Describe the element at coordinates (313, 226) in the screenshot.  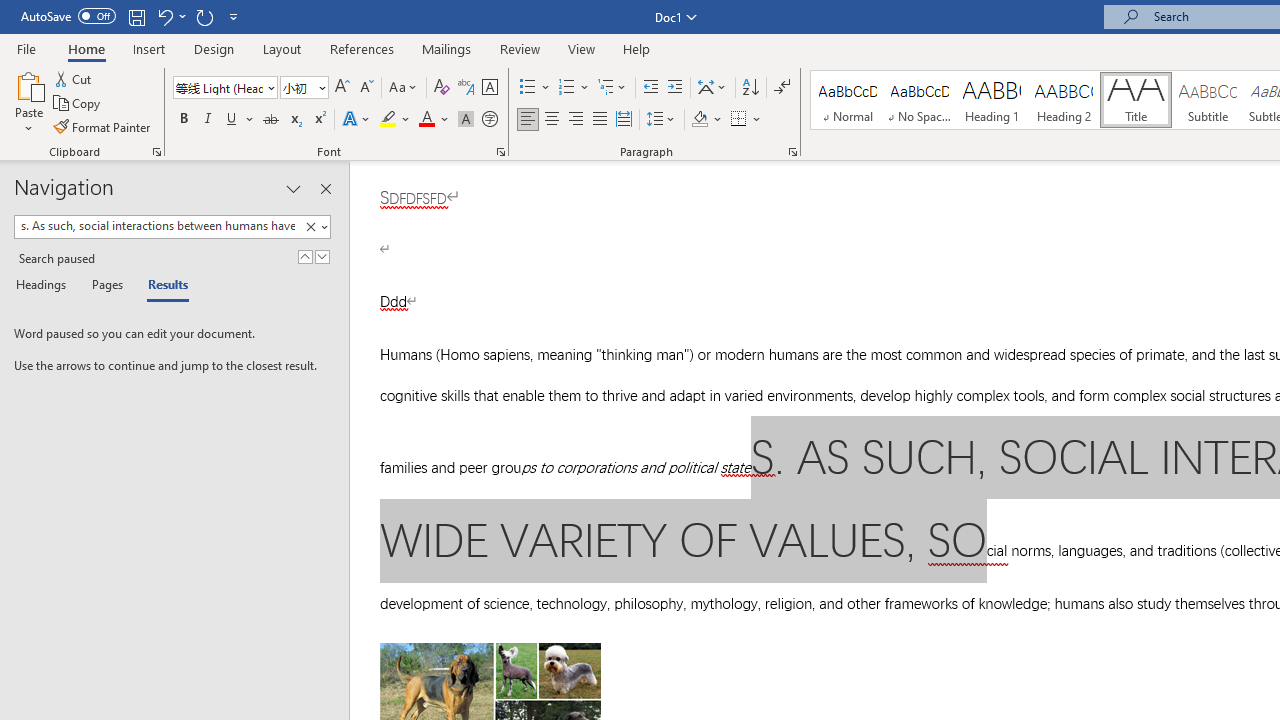
I see `'Clear'` at that location.